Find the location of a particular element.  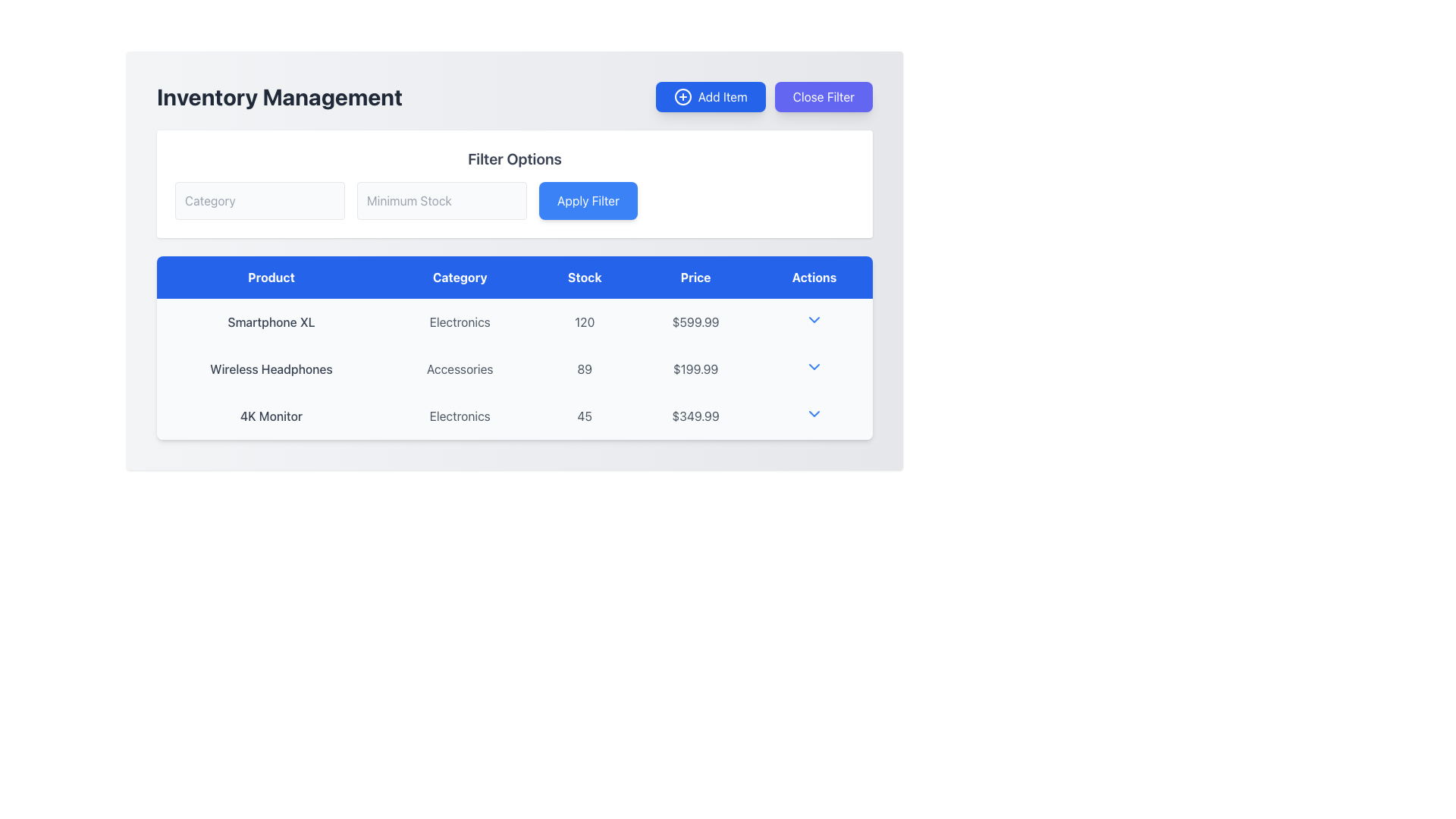

the text label that identifies the first product entry, which is located in the 'Product' column of the inventory table is located at coordinates (271, 321).